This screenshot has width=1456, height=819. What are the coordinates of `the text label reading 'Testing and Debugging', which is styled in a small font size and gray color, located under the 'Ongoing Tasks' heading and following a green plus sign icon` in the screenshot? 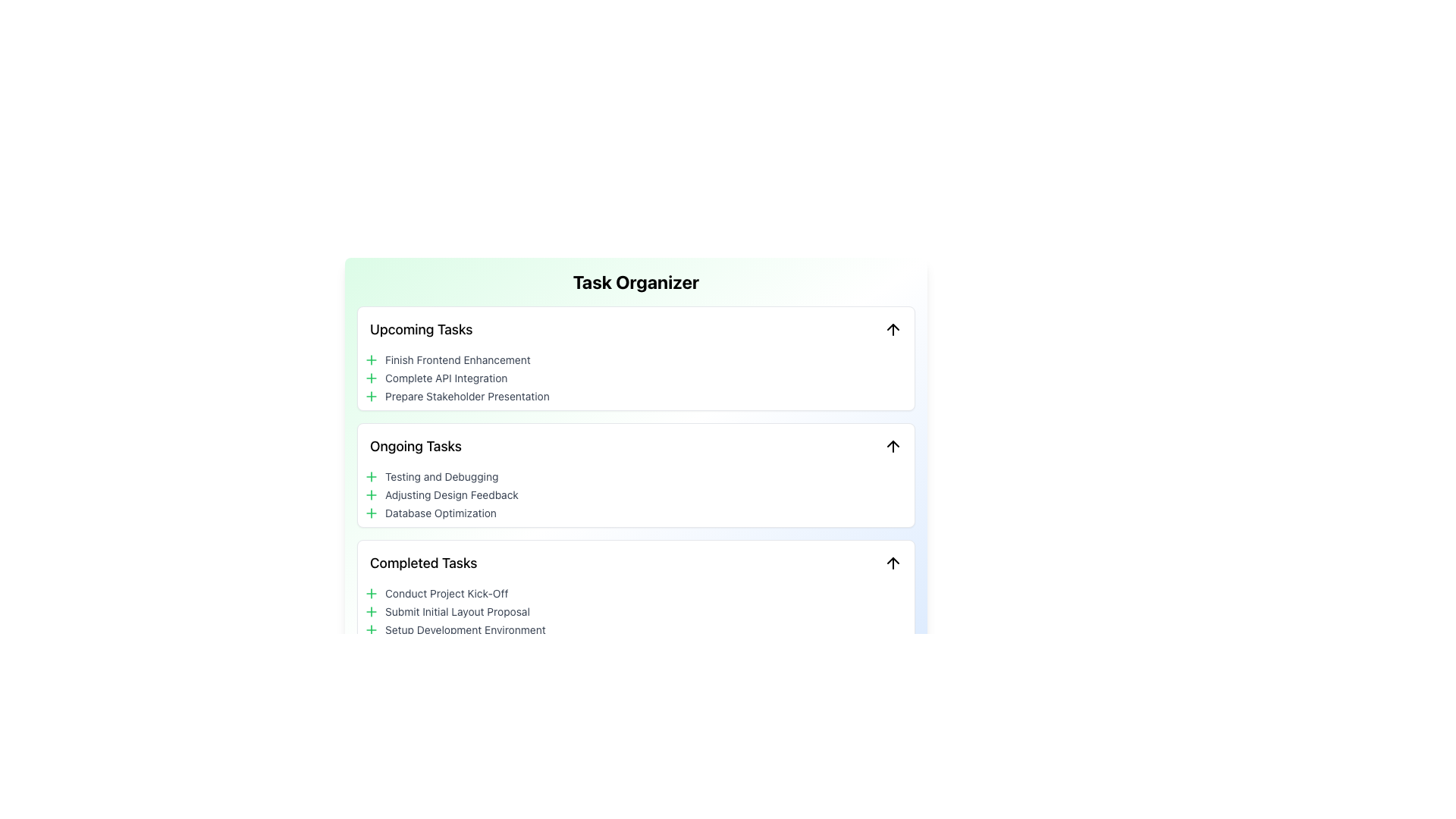 It's located at (441, 475).